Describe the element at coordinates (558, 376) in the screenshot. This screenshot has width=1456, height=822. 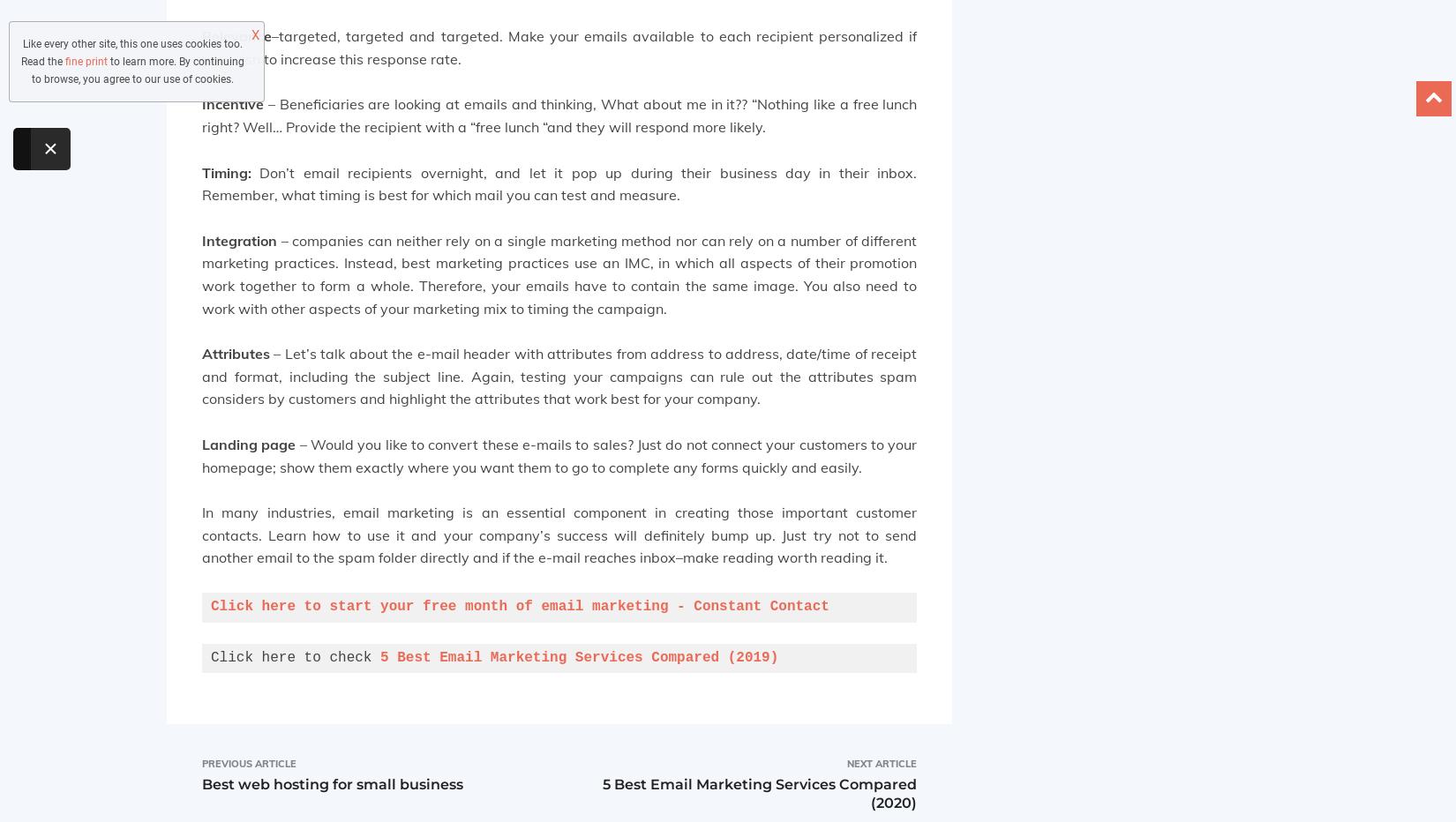
I see `'– Let’s talk about the e-mail header with attributes from address to address, date/time of receipt and format, including the subject line. Again, testing your campaigns can rule out the attributes spam considers by customers and highlight the attributes that work best for your company.'` at that location.